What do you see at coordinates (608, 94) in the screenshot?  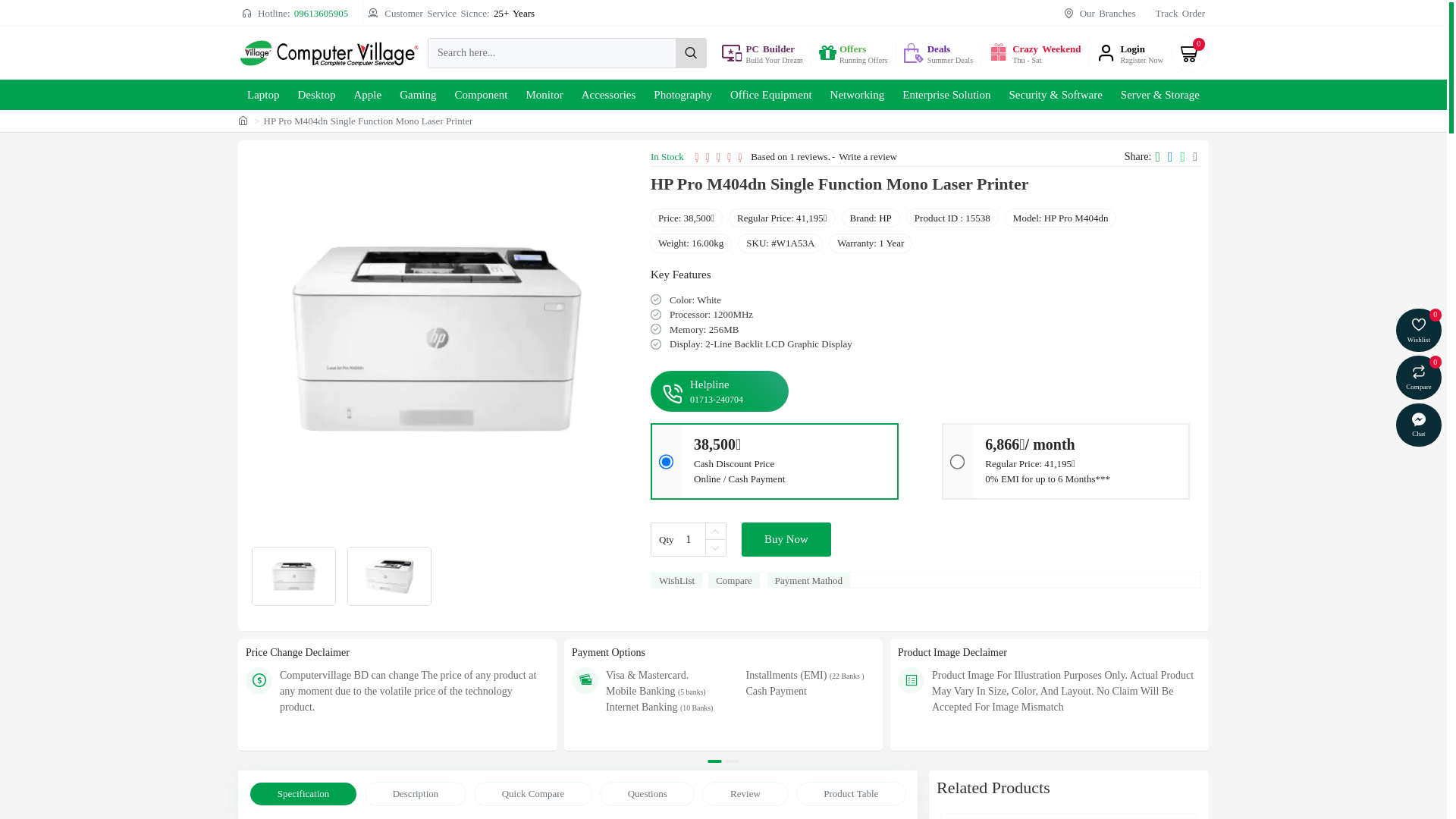 I see `'Accessories'` at bounding box center [608, 94].